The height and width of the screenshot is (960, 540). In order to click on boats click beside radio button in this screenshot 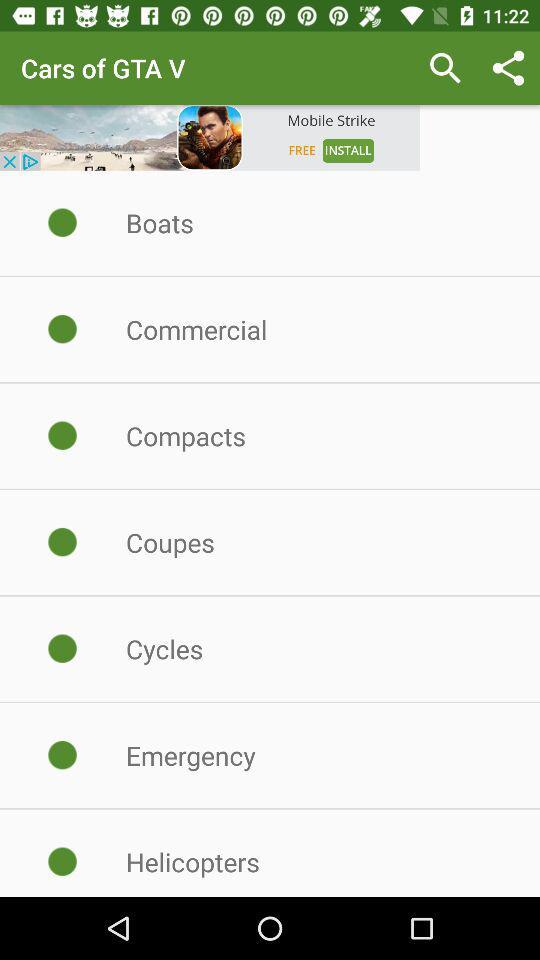, I will do `click(63, 223)`.